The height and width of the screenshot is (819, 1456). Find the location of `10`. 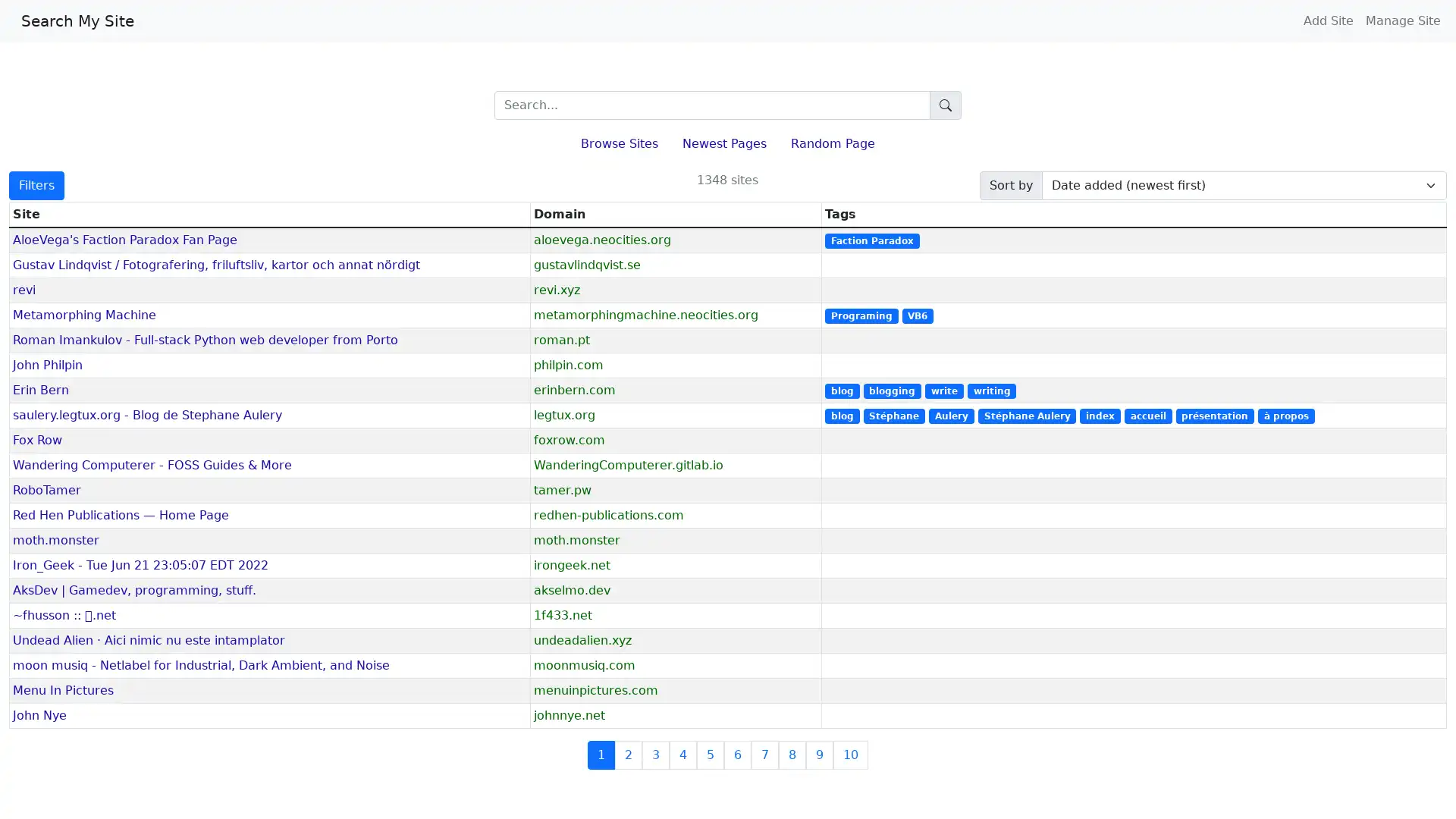

10 is located at coordinates (851, 755).